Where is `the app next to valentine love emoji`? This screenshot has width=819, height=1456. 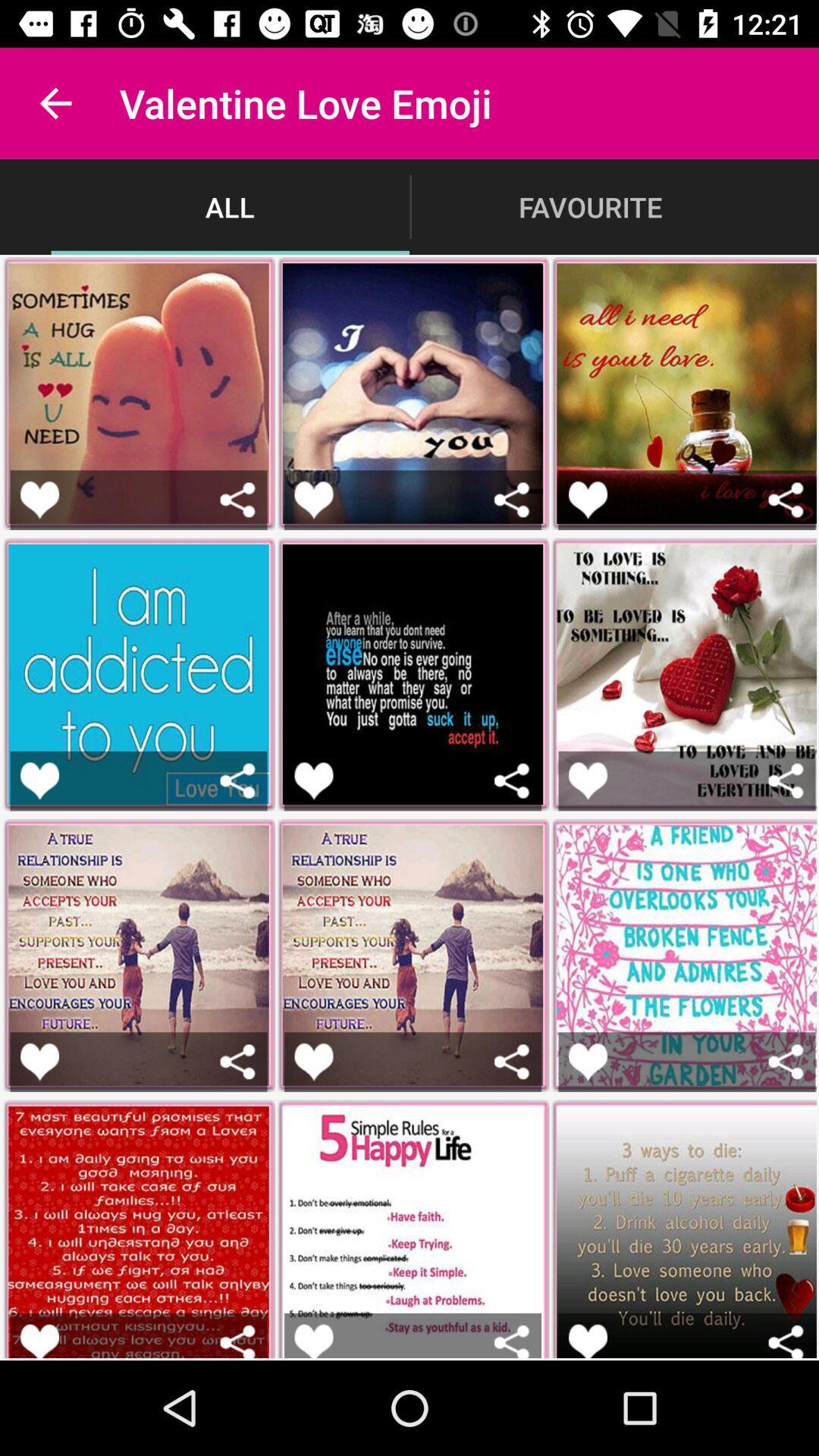
the app next to valentine love emoji is located at coordinates (55, 102).